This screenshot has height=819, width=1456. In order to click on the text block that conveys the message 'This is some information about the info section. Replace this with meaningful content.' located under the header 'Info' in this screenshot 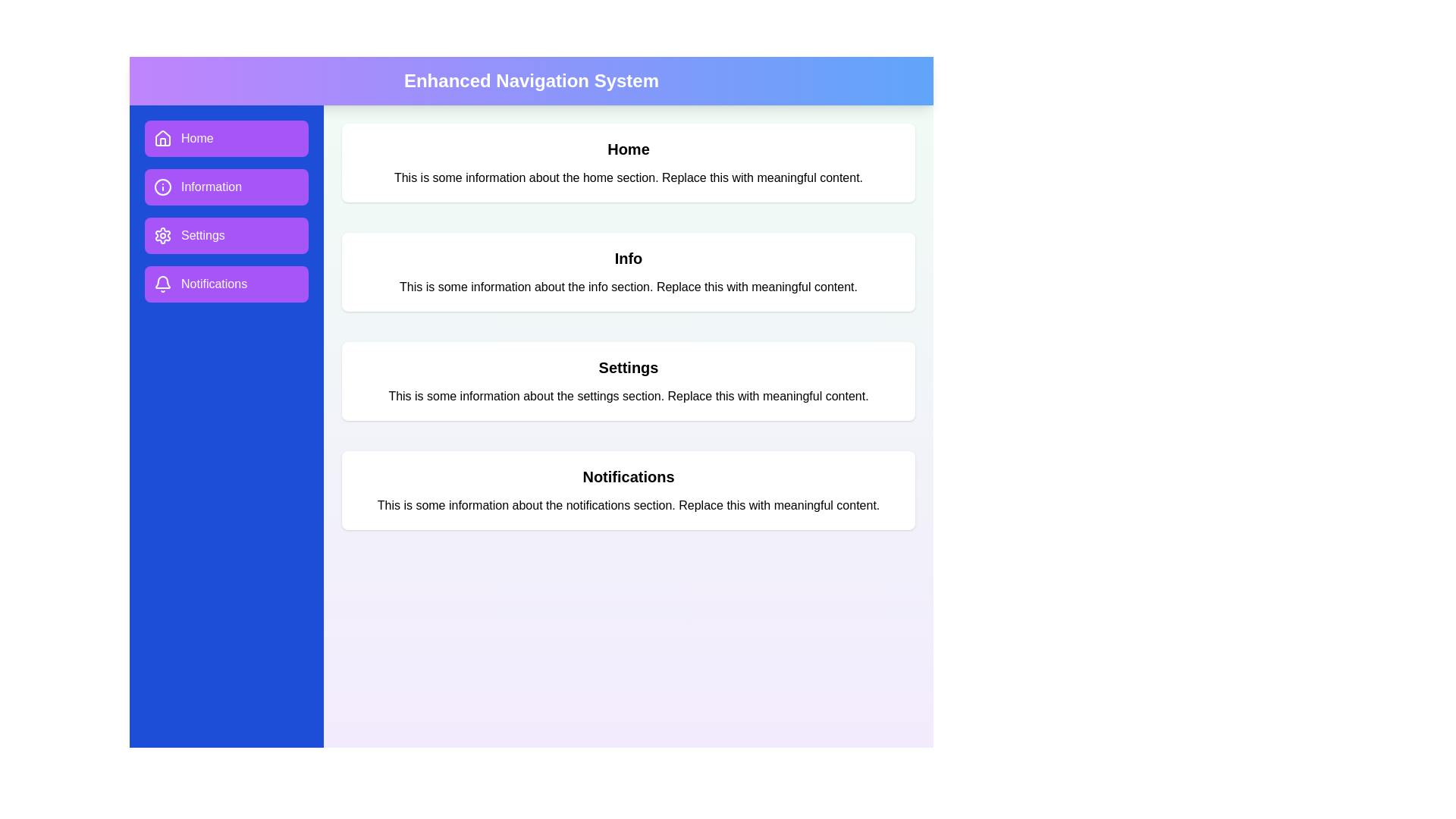, I will do `click(629, 287)`.